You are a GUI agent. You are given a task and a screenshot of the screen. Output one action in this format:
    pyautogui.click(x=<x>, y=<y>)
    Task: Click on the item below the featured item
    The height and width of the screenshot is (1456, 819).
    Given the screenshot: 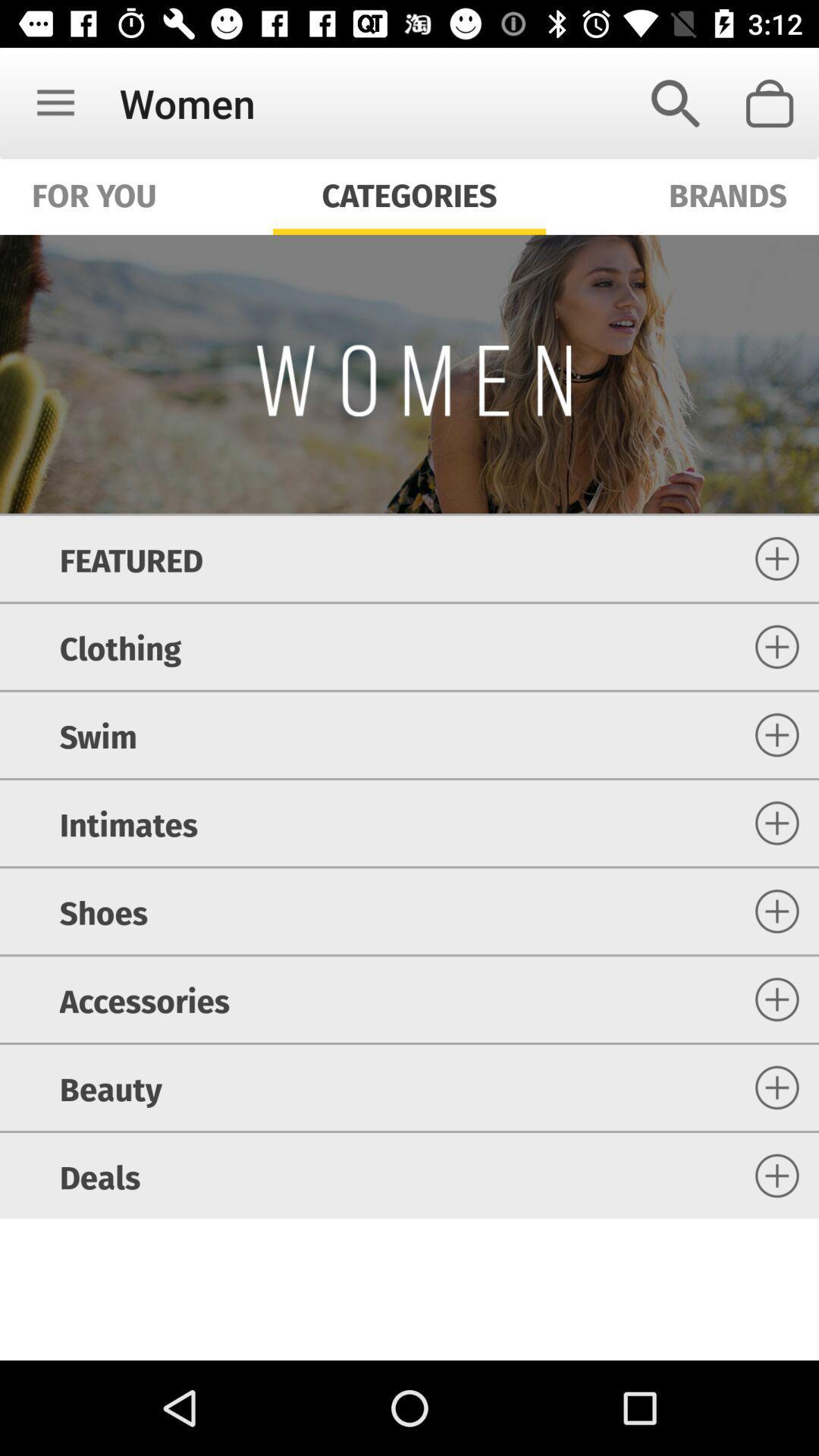 What is the action you would take?
    pyautogui.click(x=119, y=647)
    